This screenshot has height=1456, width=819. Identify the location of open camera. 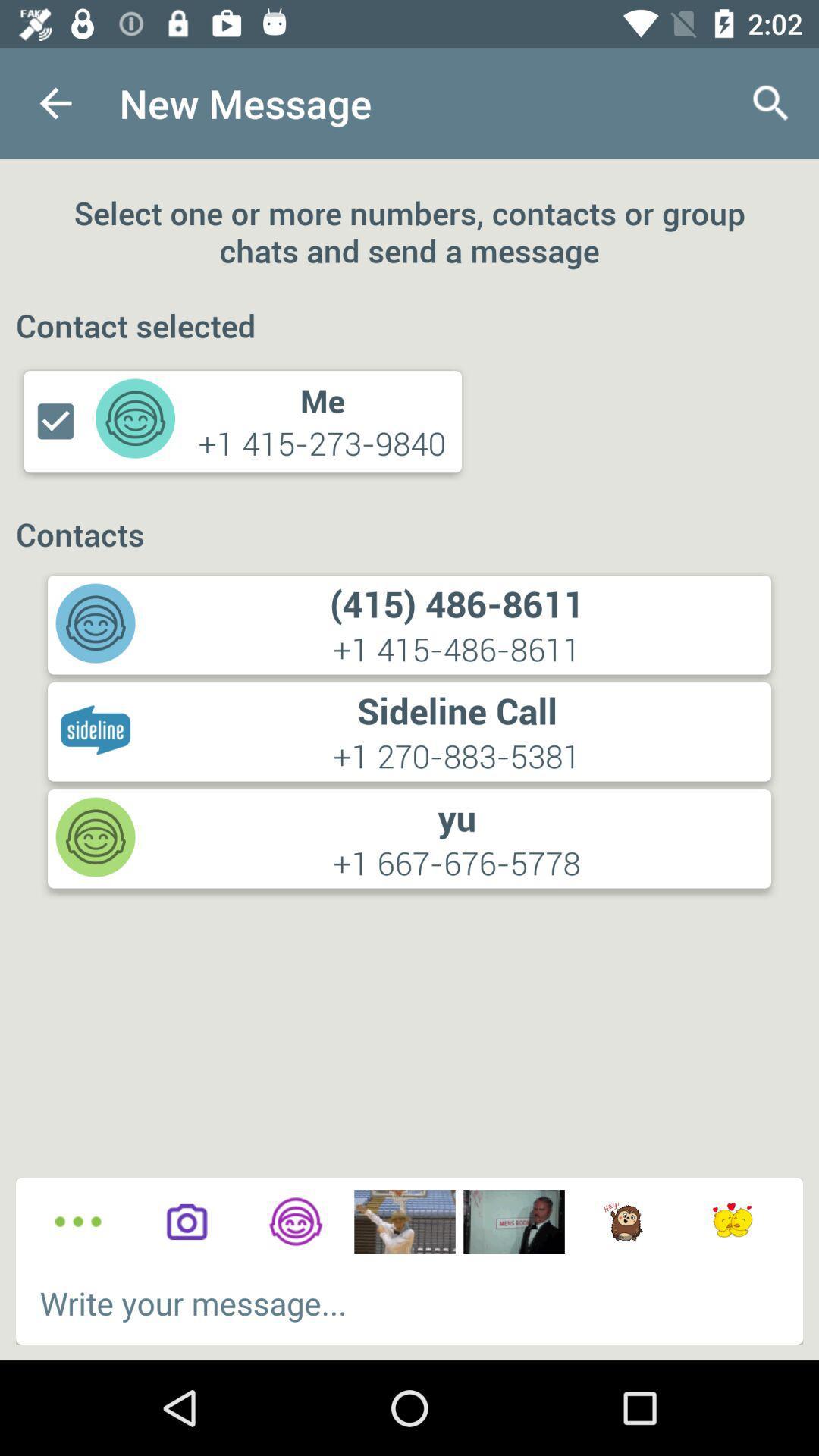
(186, 1222).